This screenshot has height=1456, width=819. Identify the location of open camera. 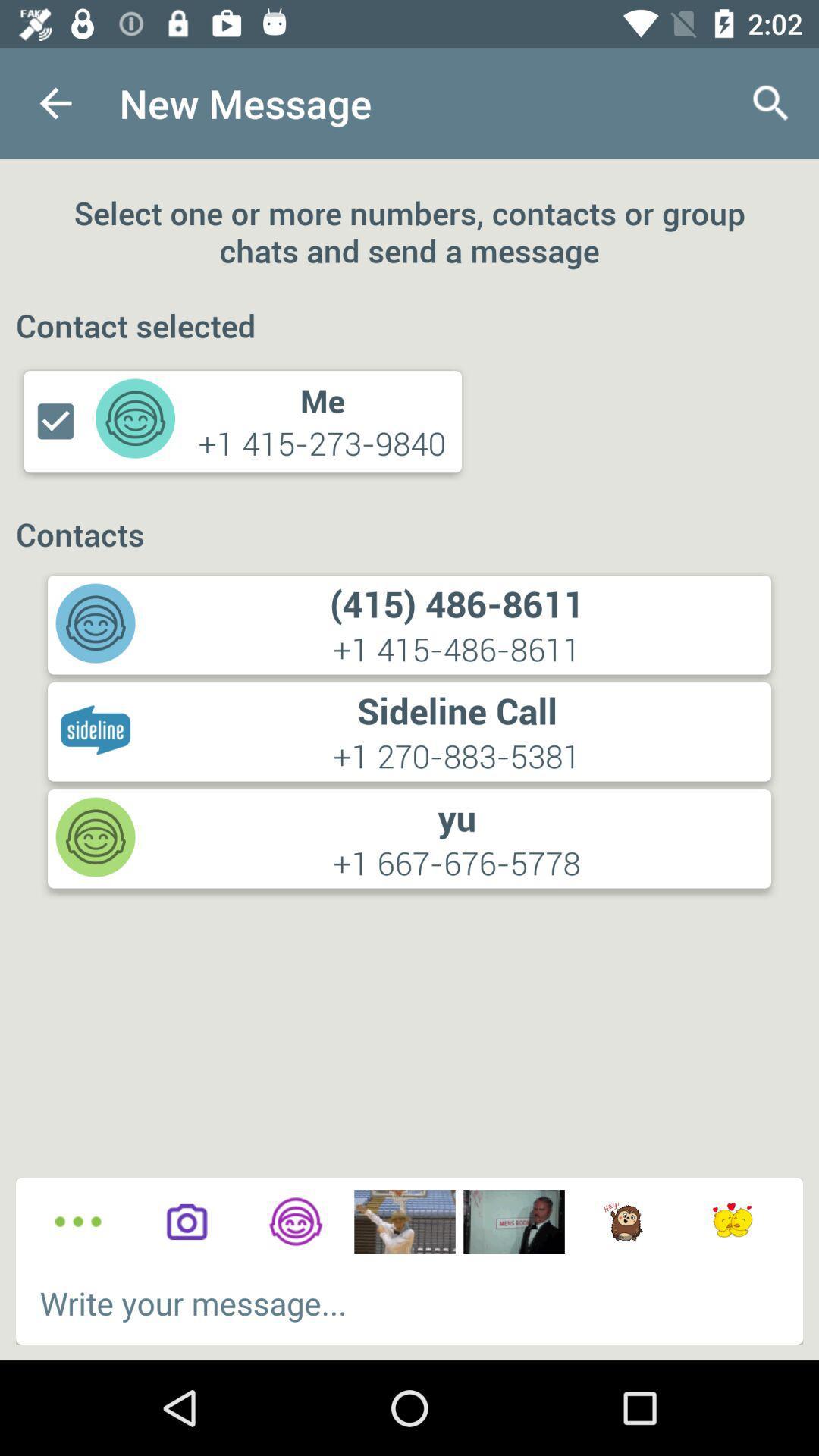
(186, 1222).